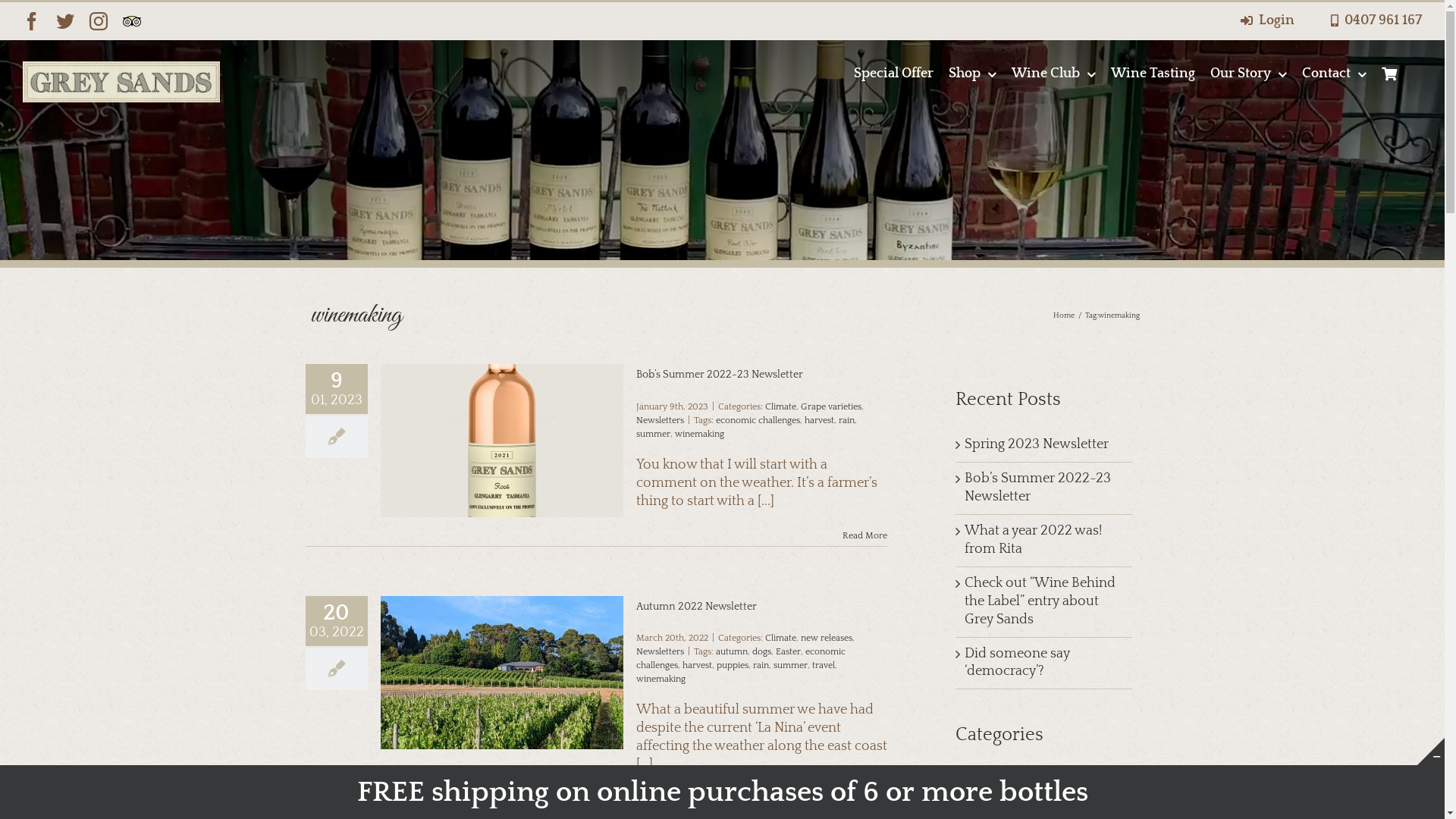 The height and width of the screenshot is (819, 1456). What do you see at coordinates (659, 651) in the screenshot?
I see `'Newsletters'` at bounding box center [659, 651].